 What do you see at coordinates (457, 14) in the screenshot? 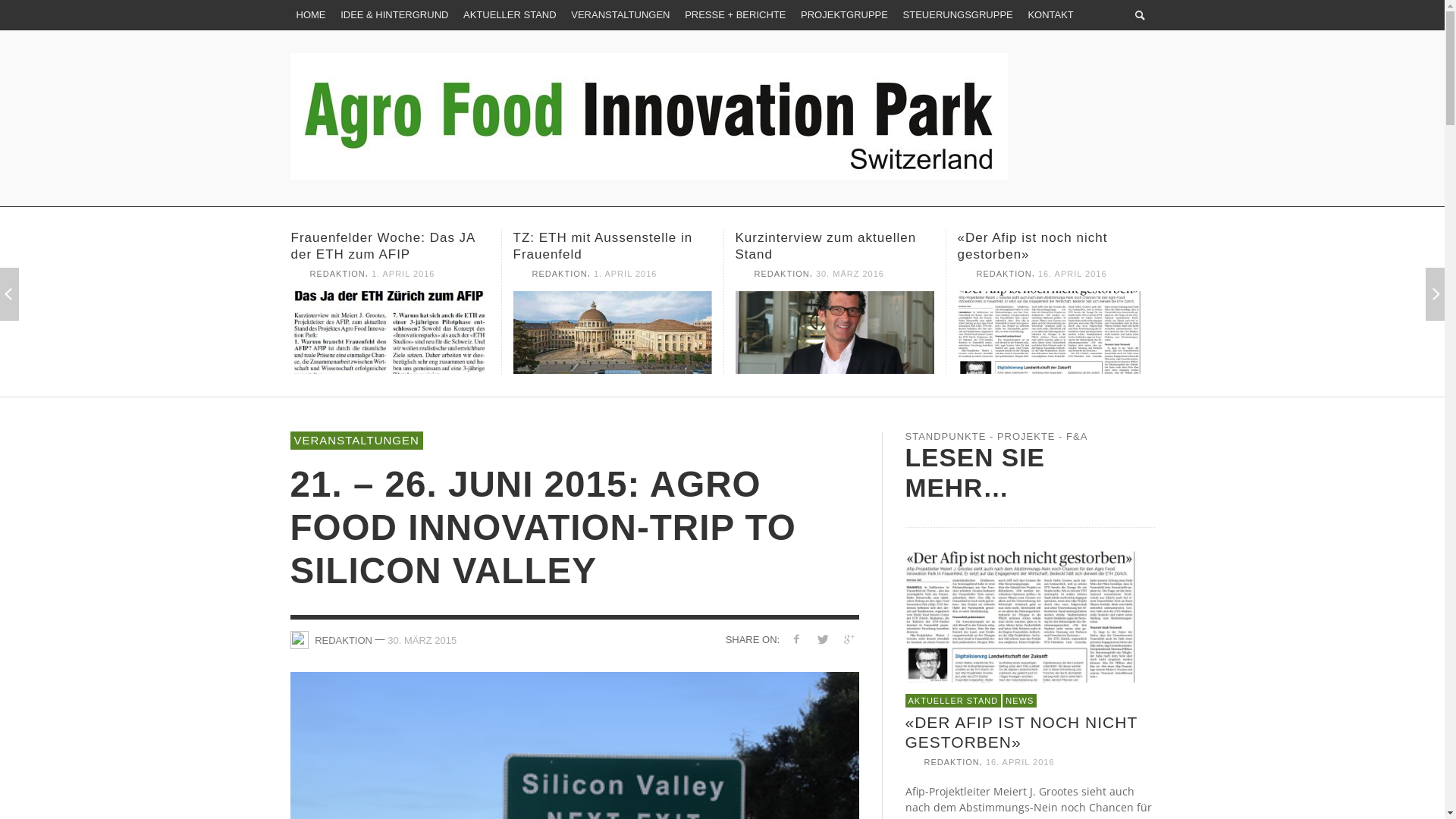
I see `'AKTUELLER STAND'` at bounding box center [457, 14].